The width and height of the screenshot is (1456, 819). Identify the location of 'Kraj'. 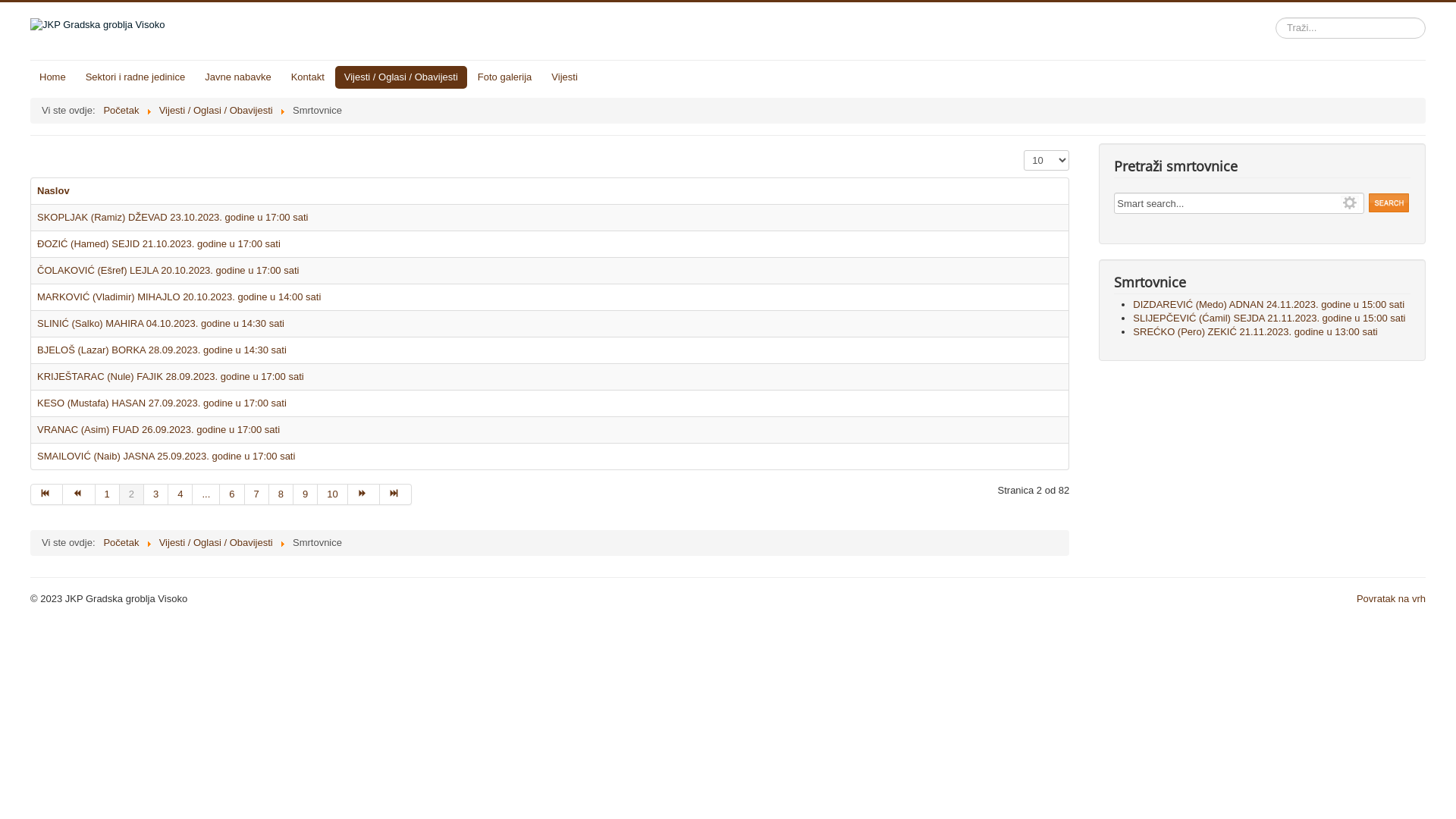
(396, 494).